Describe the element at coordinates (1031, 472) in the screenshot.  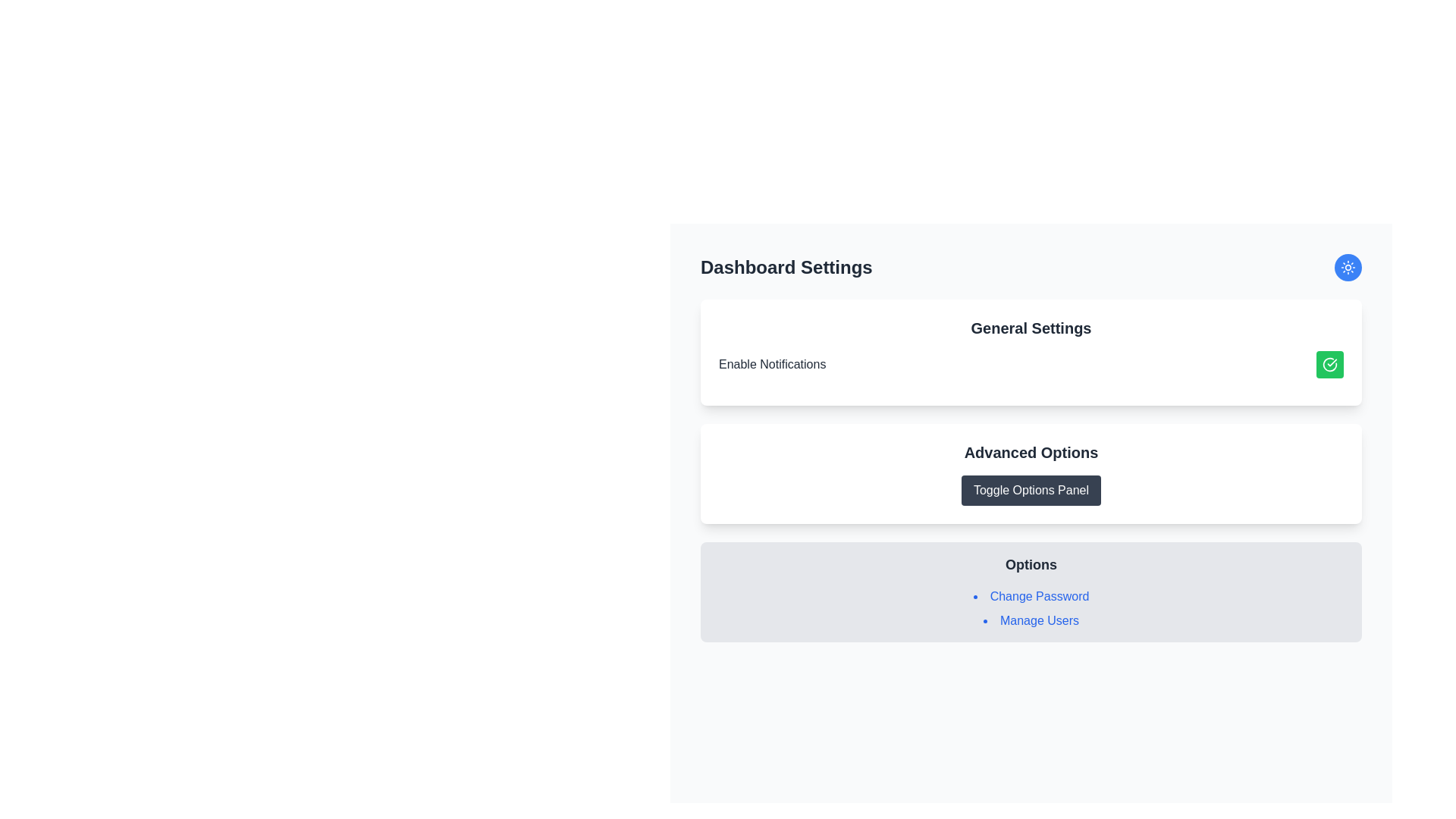
I see `the 'Toggle Options Panel' button located within the 'Advanced Options' section, which is a white rectangular section with a bold headline and a grey button with white text` at that location.